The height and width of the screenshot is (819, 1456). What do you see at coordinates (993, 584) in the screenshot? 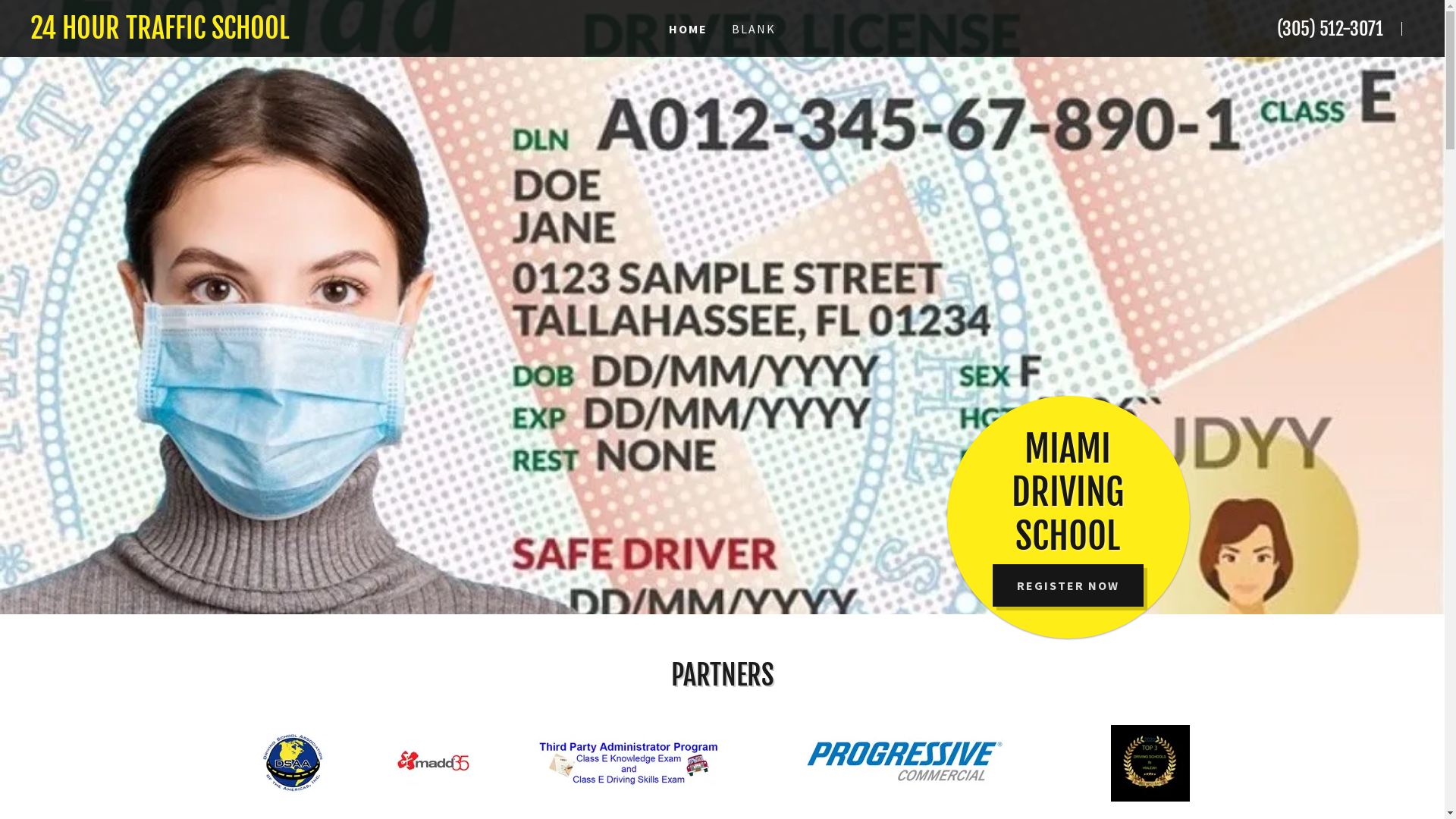
I see `'REGISTER NOW'` at bounding box center [993, 584].